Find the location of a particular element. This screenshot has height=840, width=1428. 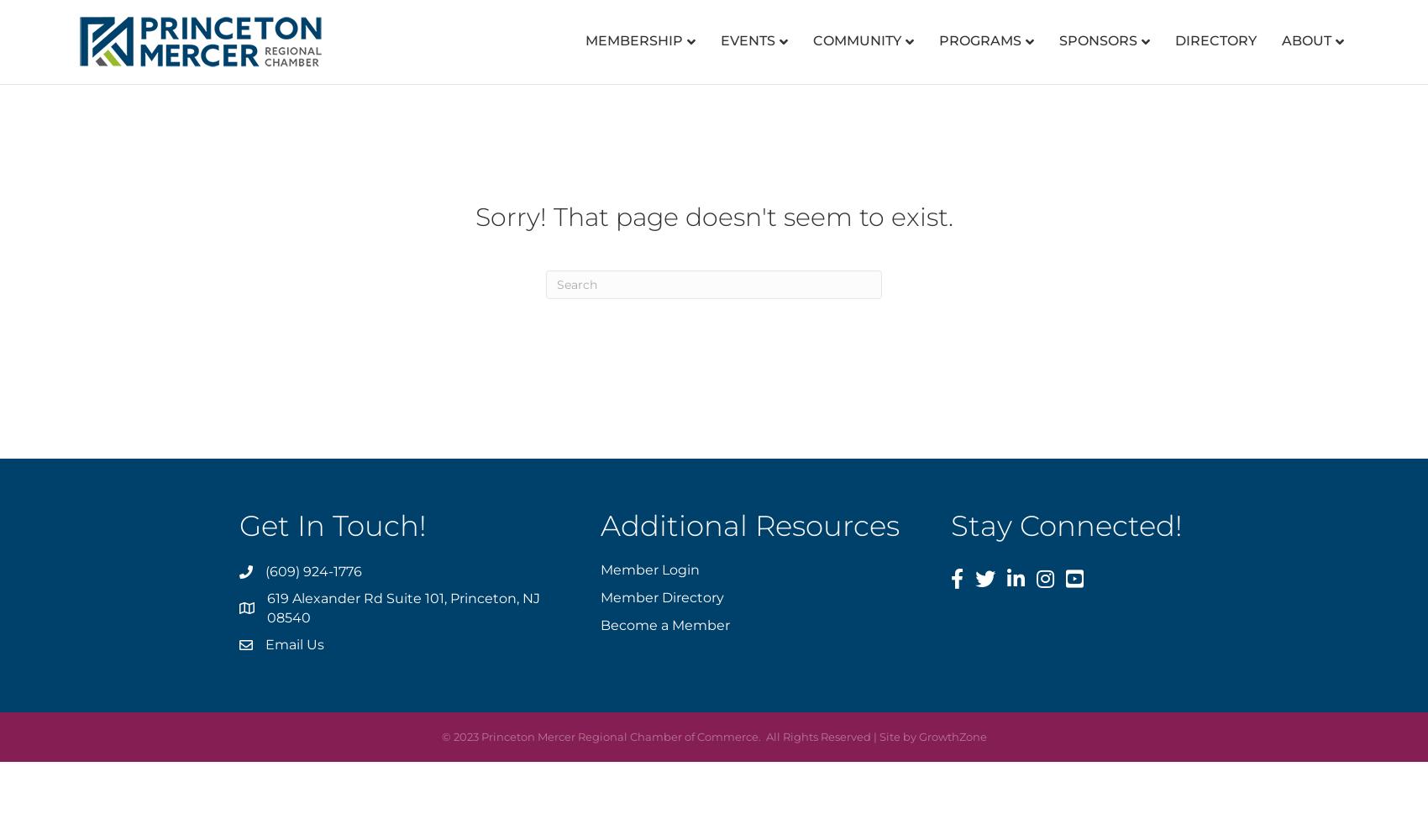

'Member Directory' is located at coordinates (661, 596).